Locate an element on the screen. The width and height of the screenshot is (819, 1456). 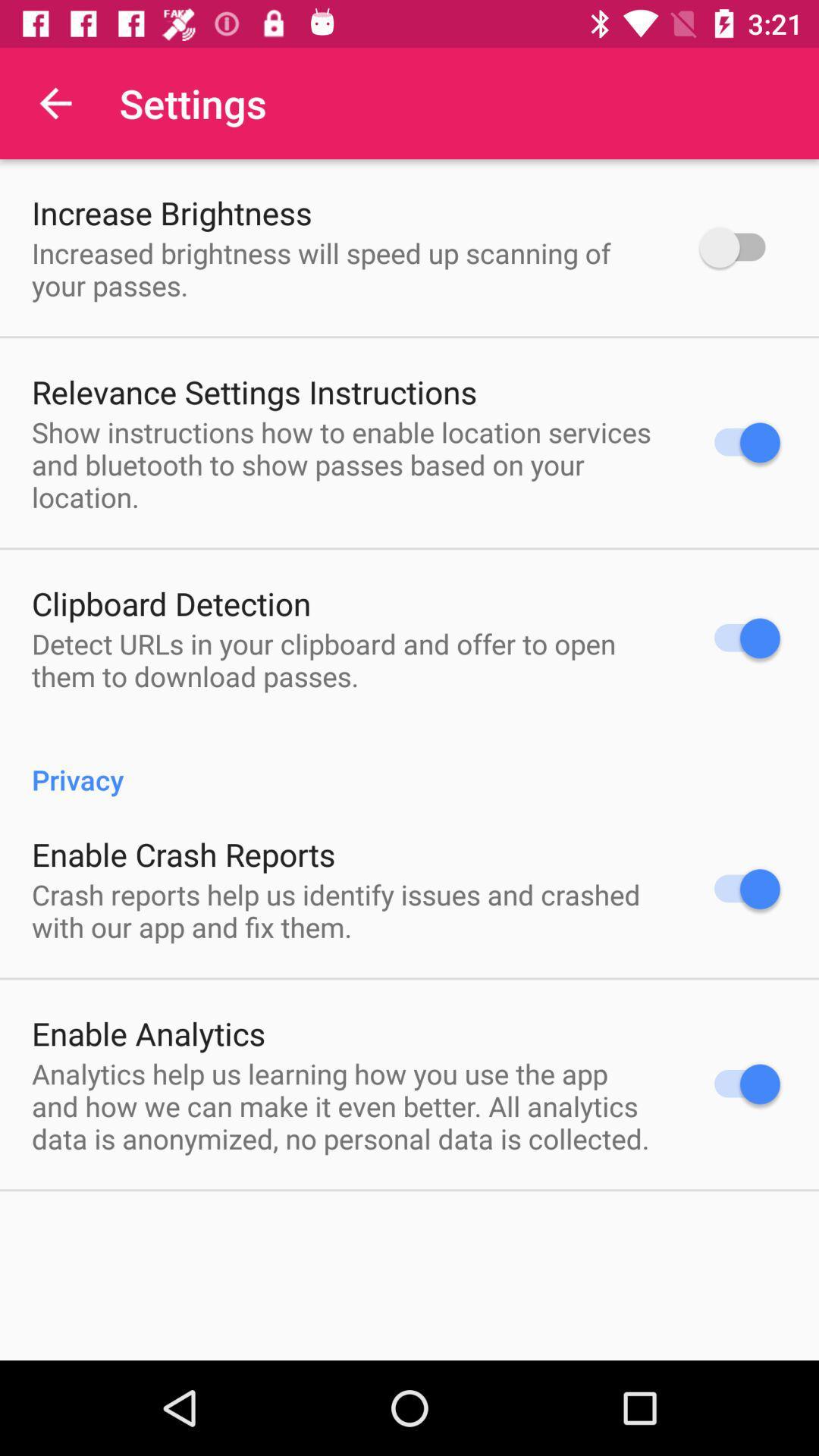
relevance settings instructions icon is located at coordinates (253, 391).